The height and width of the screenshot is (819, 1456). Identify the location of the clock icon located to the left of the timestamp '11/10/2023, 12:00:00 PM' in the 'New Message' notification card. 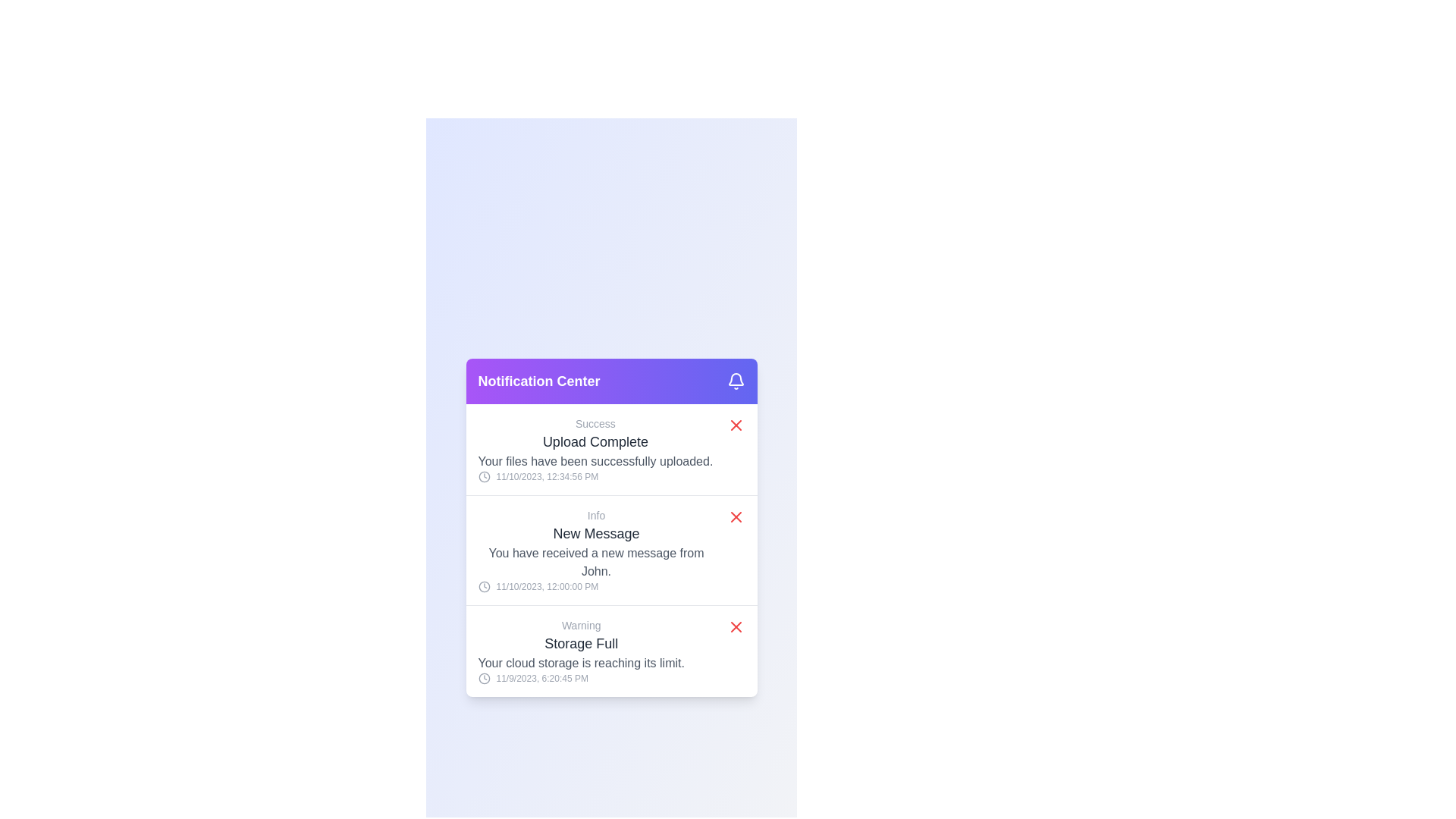
(483, 586).